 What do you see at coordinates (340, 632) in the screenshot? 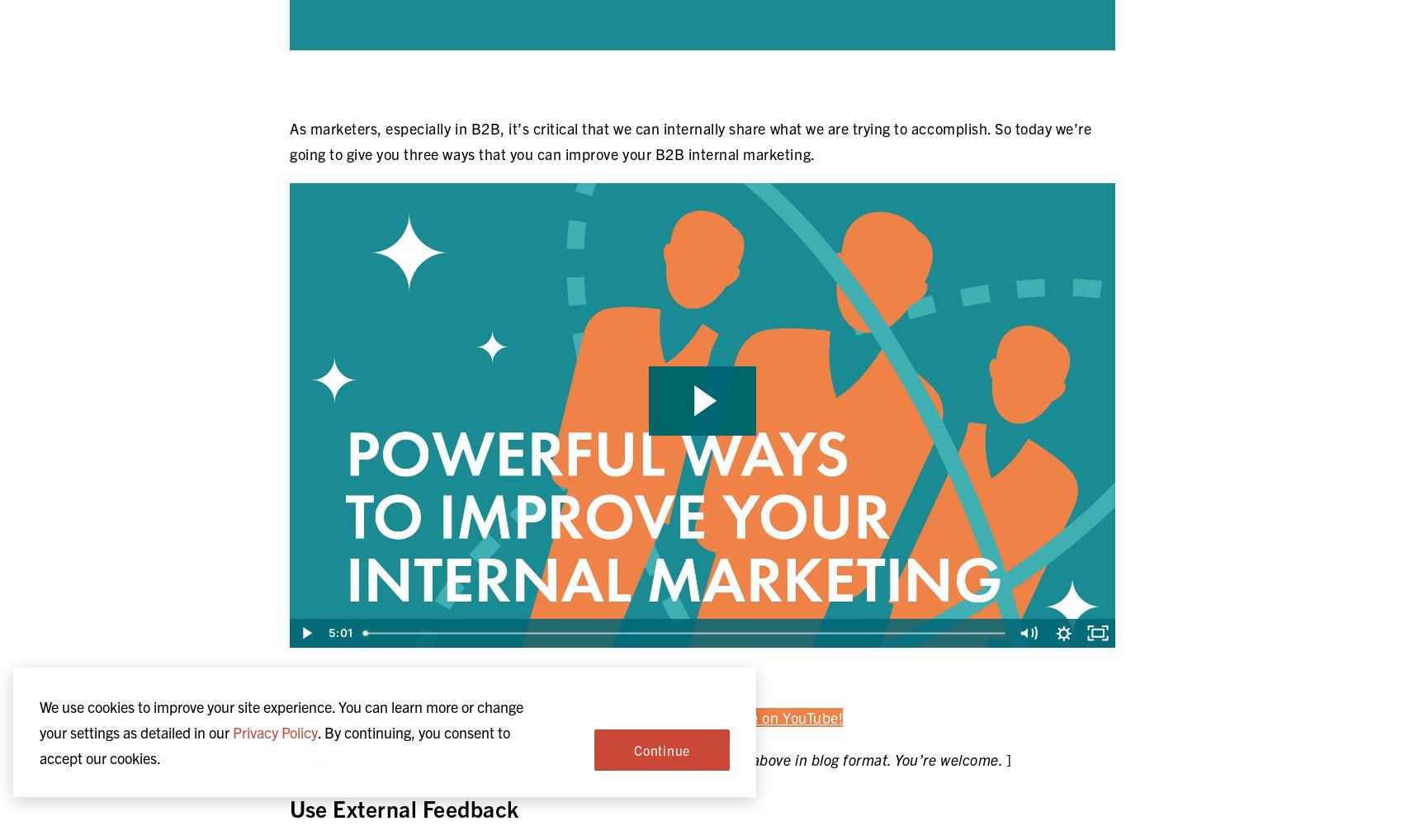
I see `'5:01'` at bounding box center [340, 632].